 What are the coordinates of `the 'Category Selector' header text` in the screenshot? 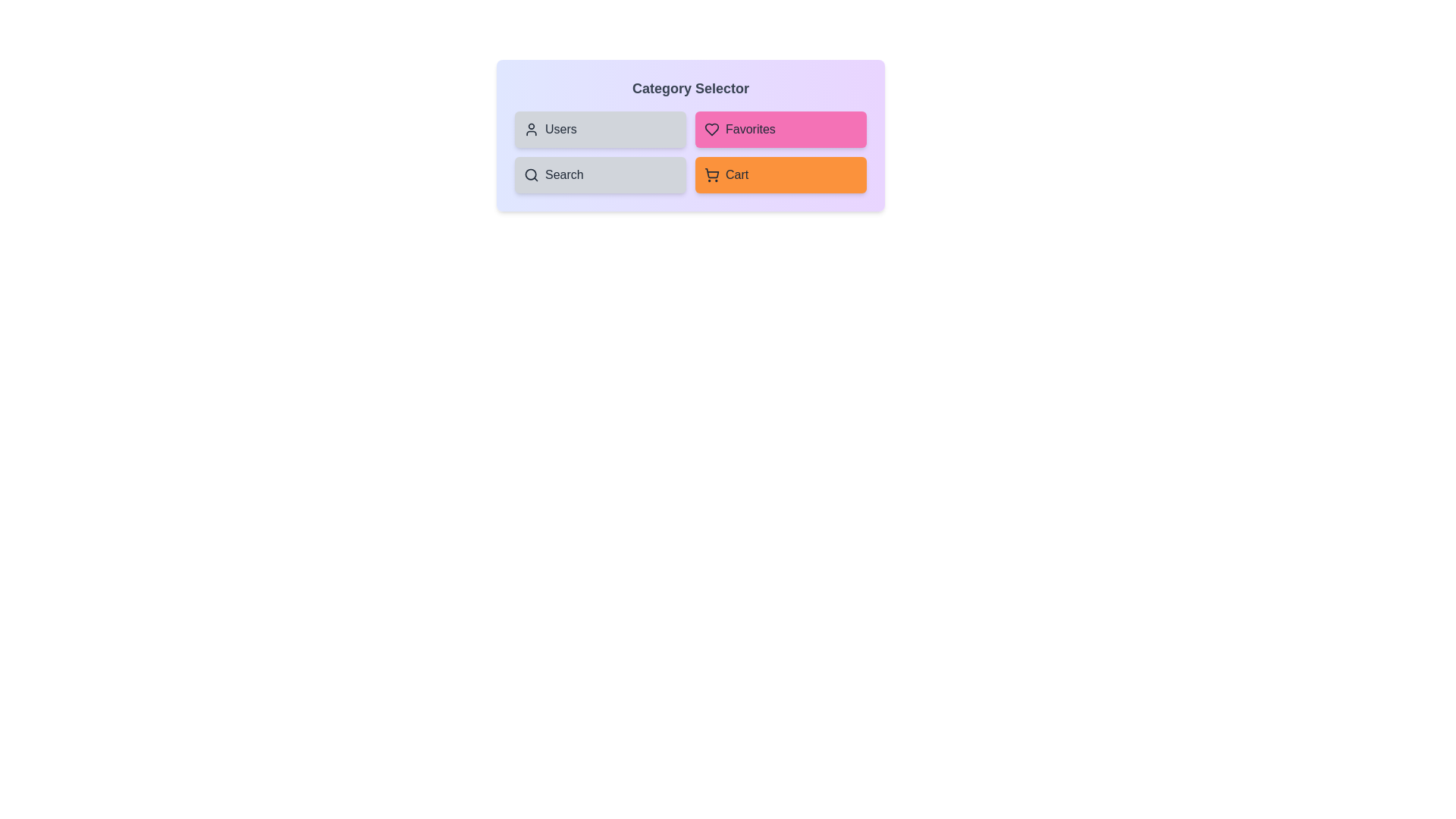 It's located at (690, 88).